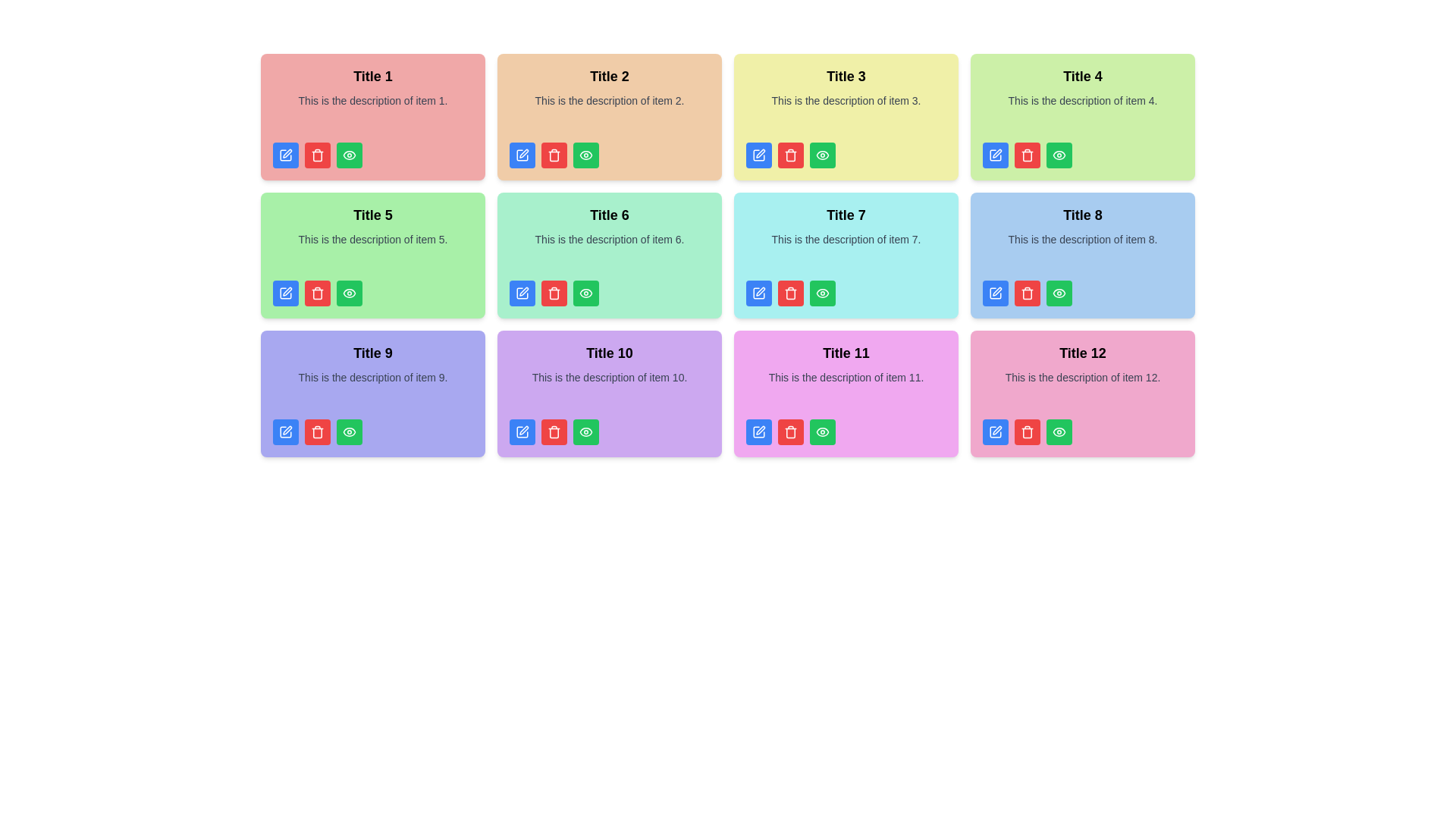 The height and width of the screenshot is (819, 1456). I want to click on the icon button located in the bottom-left corner of the card titled 'Title 5' in the second row, so click(522, 293).